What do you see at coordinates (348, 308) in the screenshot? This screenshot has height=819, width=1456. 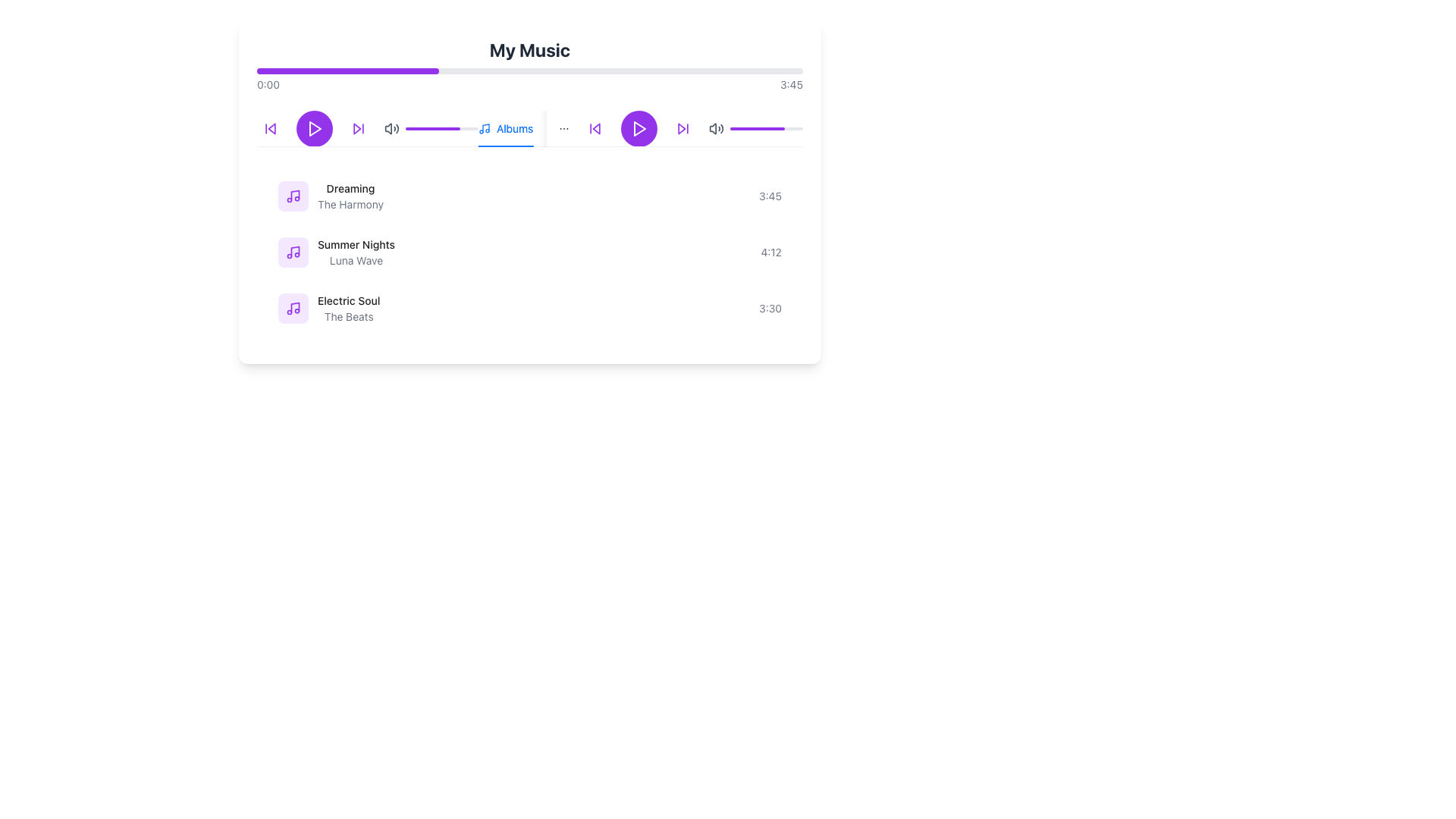 I see `the text block displaying the title 'Electric Soul' and artist 'The Beats'` at bounding box center [348, 308].